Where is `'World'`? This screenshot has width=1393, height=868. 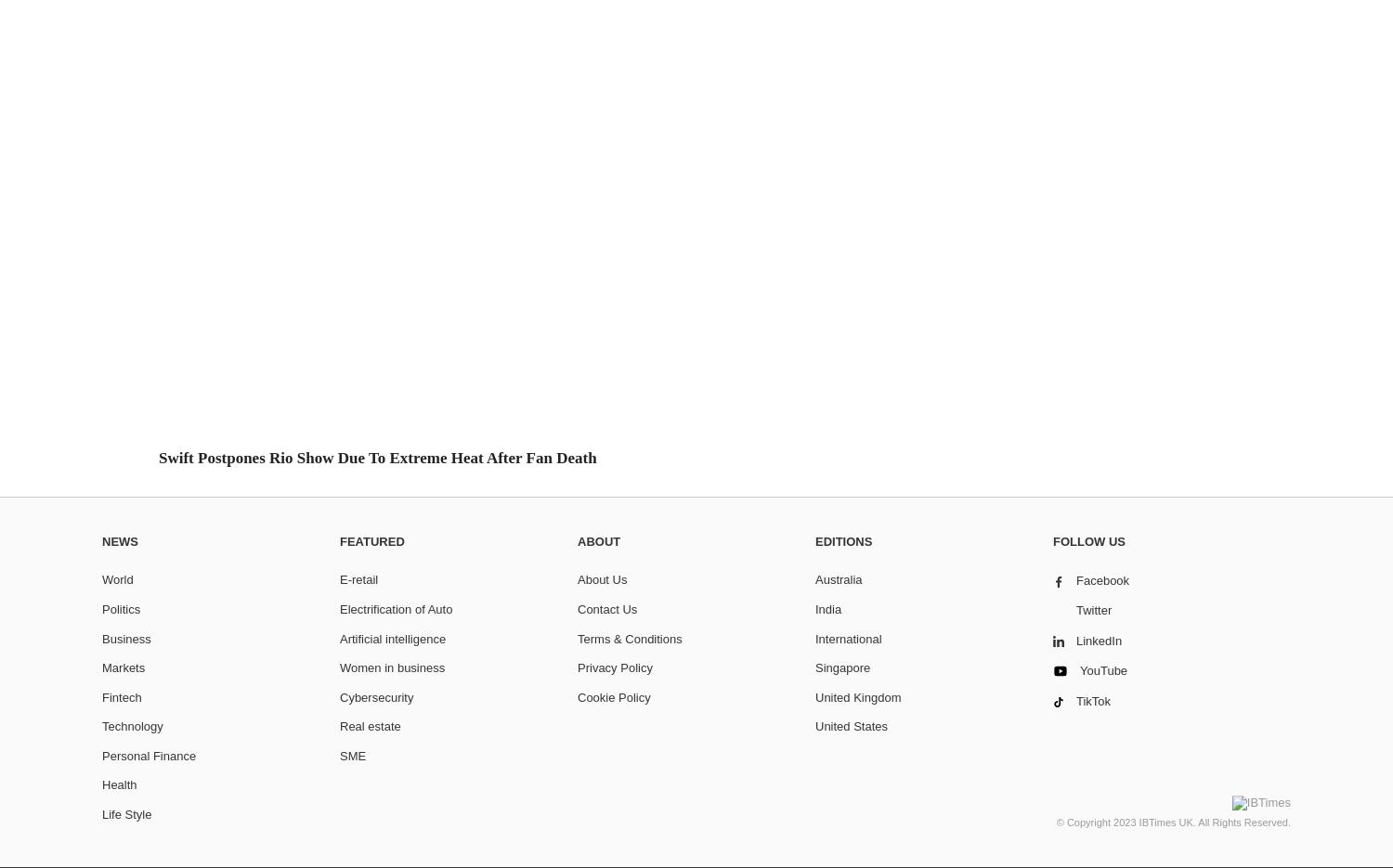
'World' is located at coordinates (117, 578).